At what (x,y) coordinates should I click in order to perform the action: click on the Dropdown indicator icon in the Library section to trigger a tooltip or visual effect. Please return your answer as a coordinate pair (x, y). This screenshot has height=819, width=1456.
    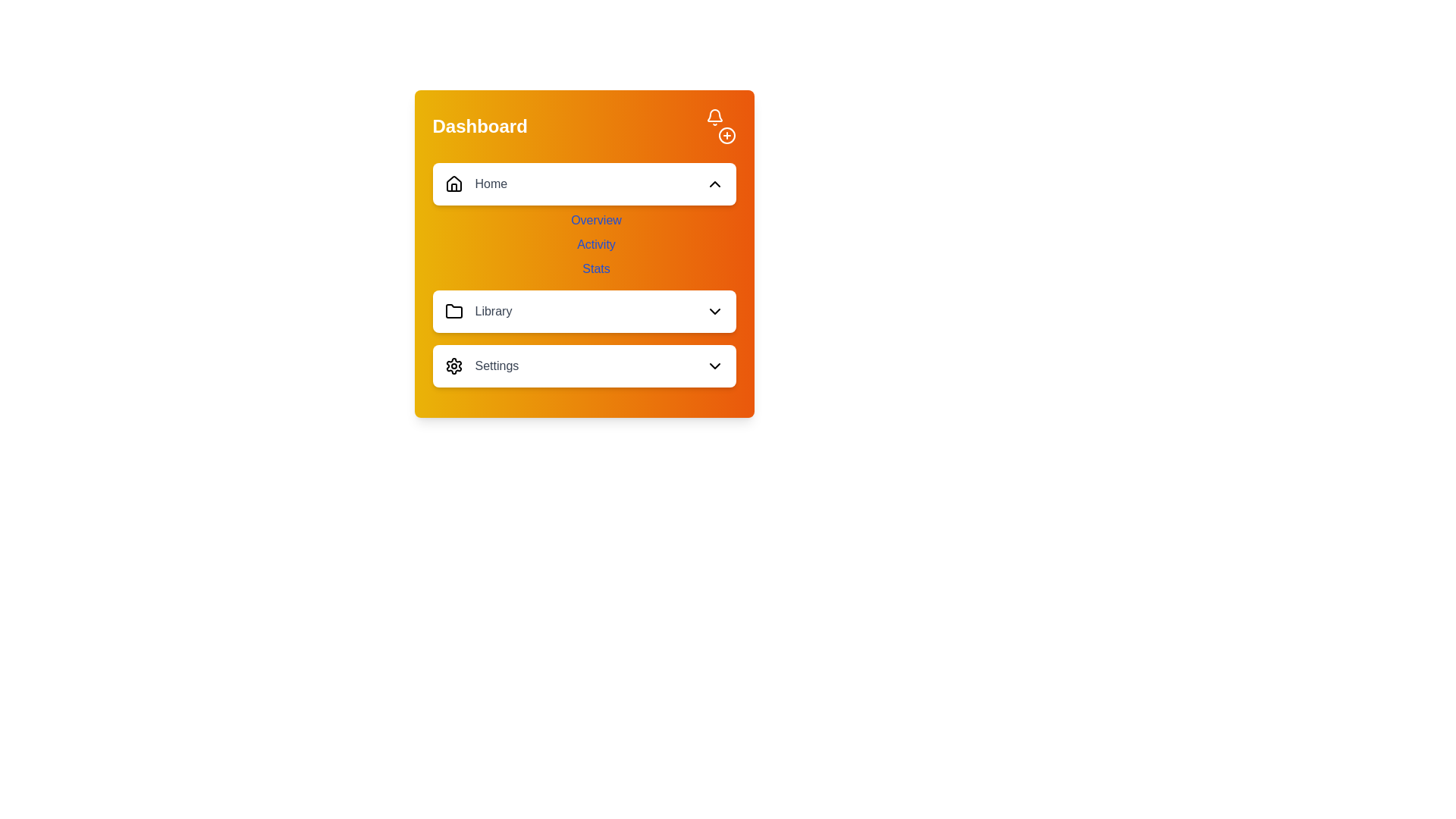
    Looking at the image, I should click on (714, 311).